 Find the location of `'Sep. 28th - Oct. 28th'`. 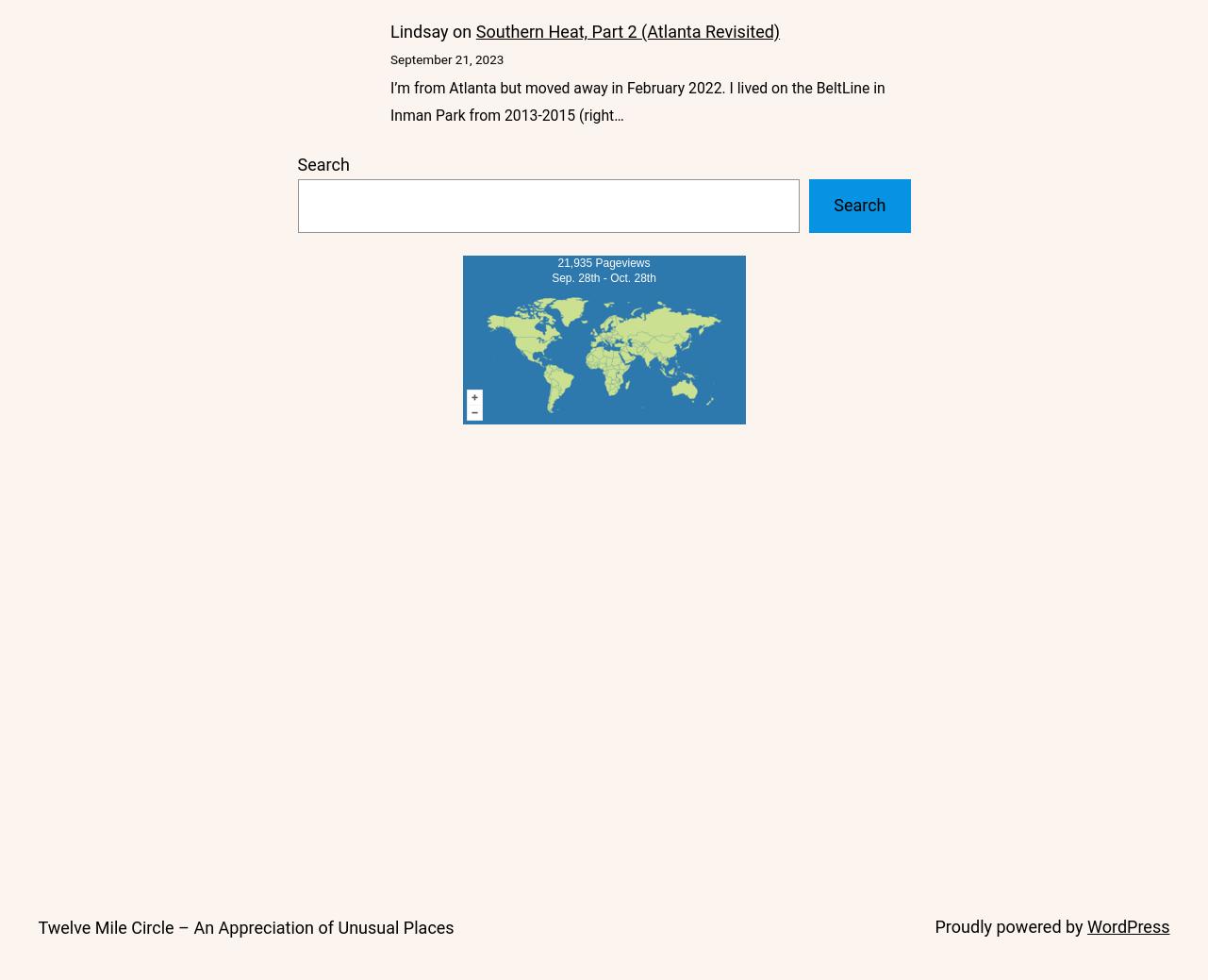

'Sep. 28th - Oct. 28th' is located at coordinates (603, 277).